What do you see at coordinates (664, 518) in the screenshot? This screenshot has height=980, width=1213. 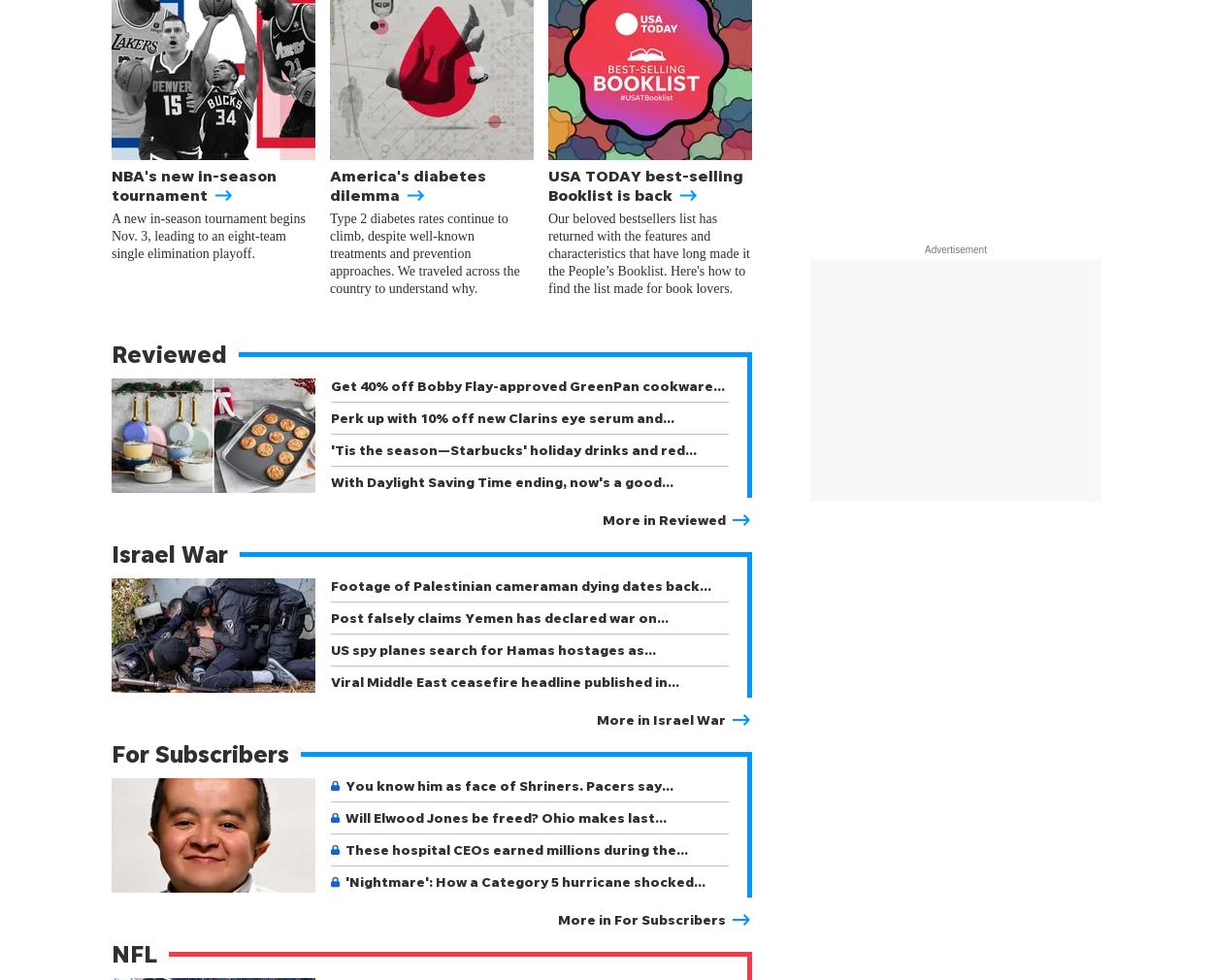 I see `'More in Reviewed'` at bounding box center [664, 518].